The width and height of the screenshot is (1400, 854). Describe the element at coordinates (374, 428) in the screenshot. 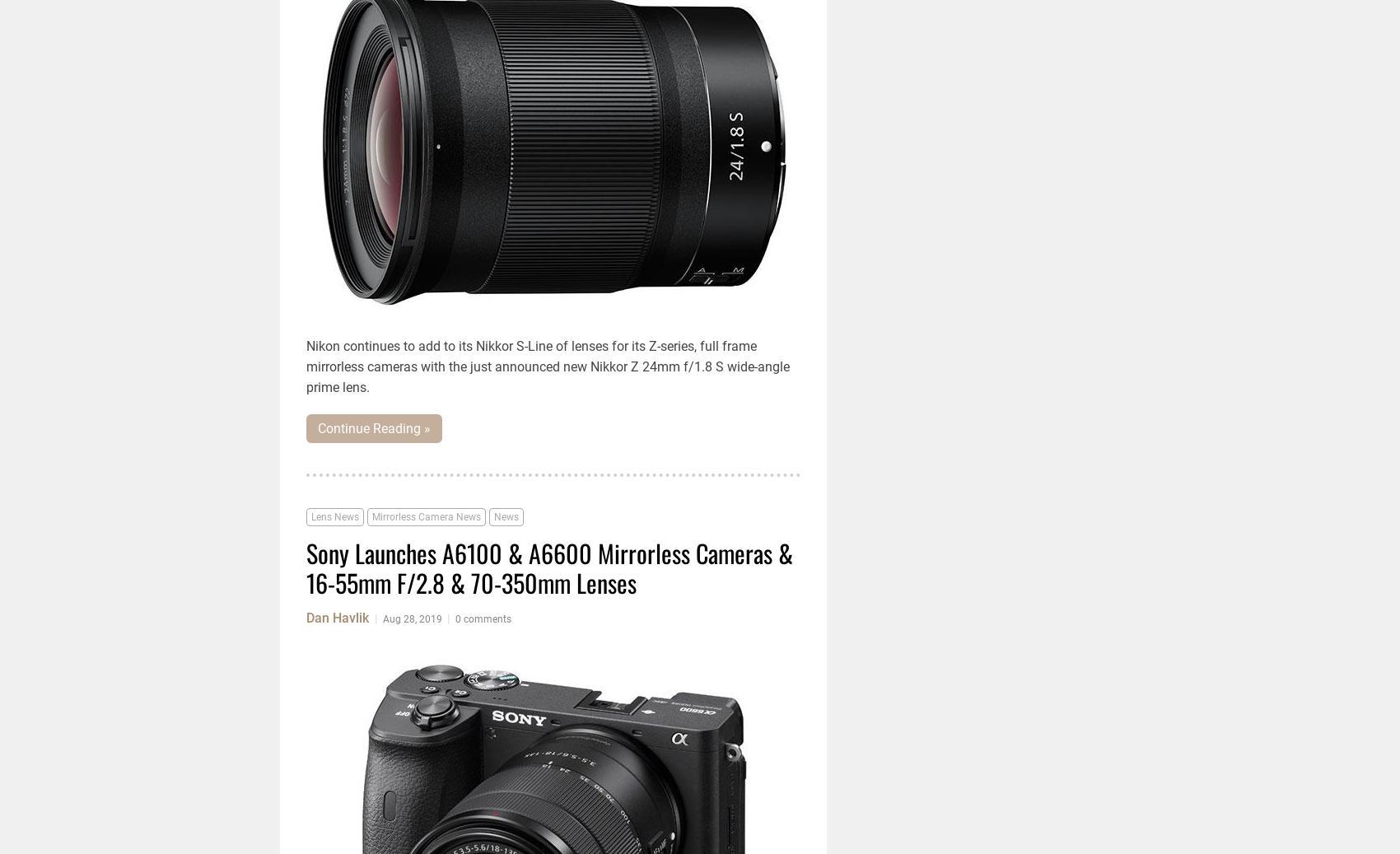

I see `'Continue Reading »'` at that location.